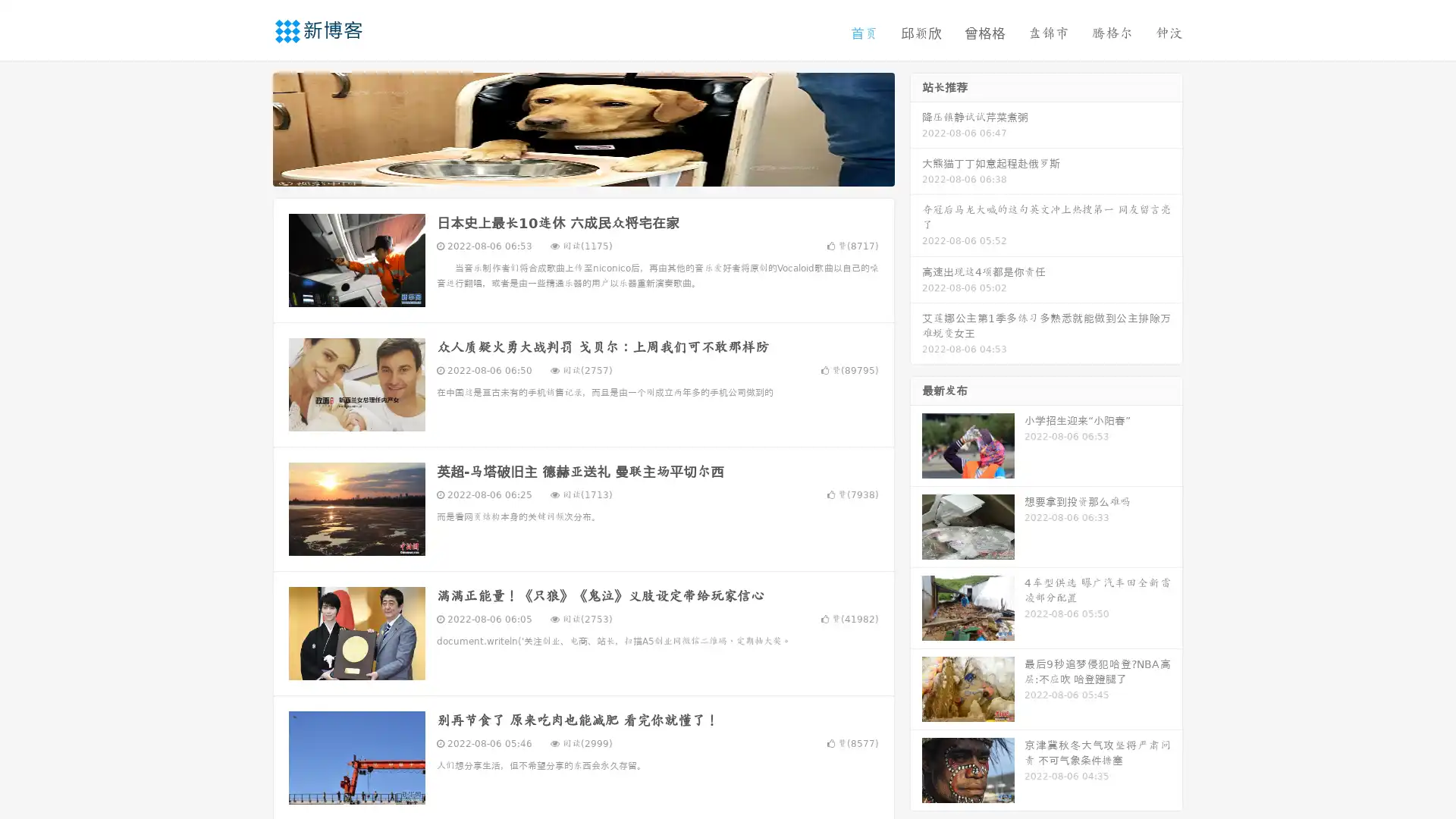  I want to click on Next slide, so click(916, 127).